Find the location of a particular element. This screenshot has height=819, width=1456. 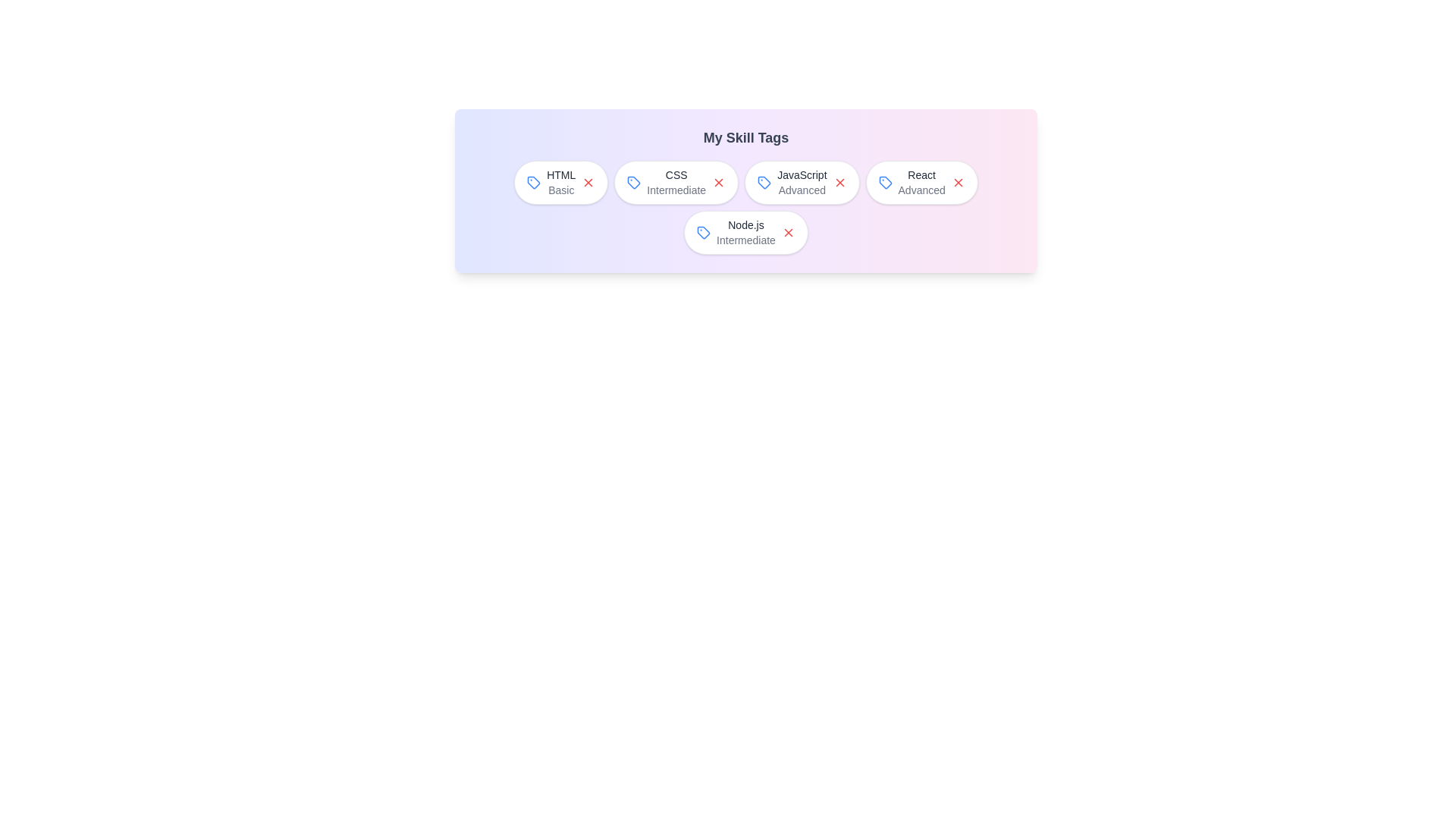

the tag icon next to the skill JavaScript is located at coordinates (764, 181).